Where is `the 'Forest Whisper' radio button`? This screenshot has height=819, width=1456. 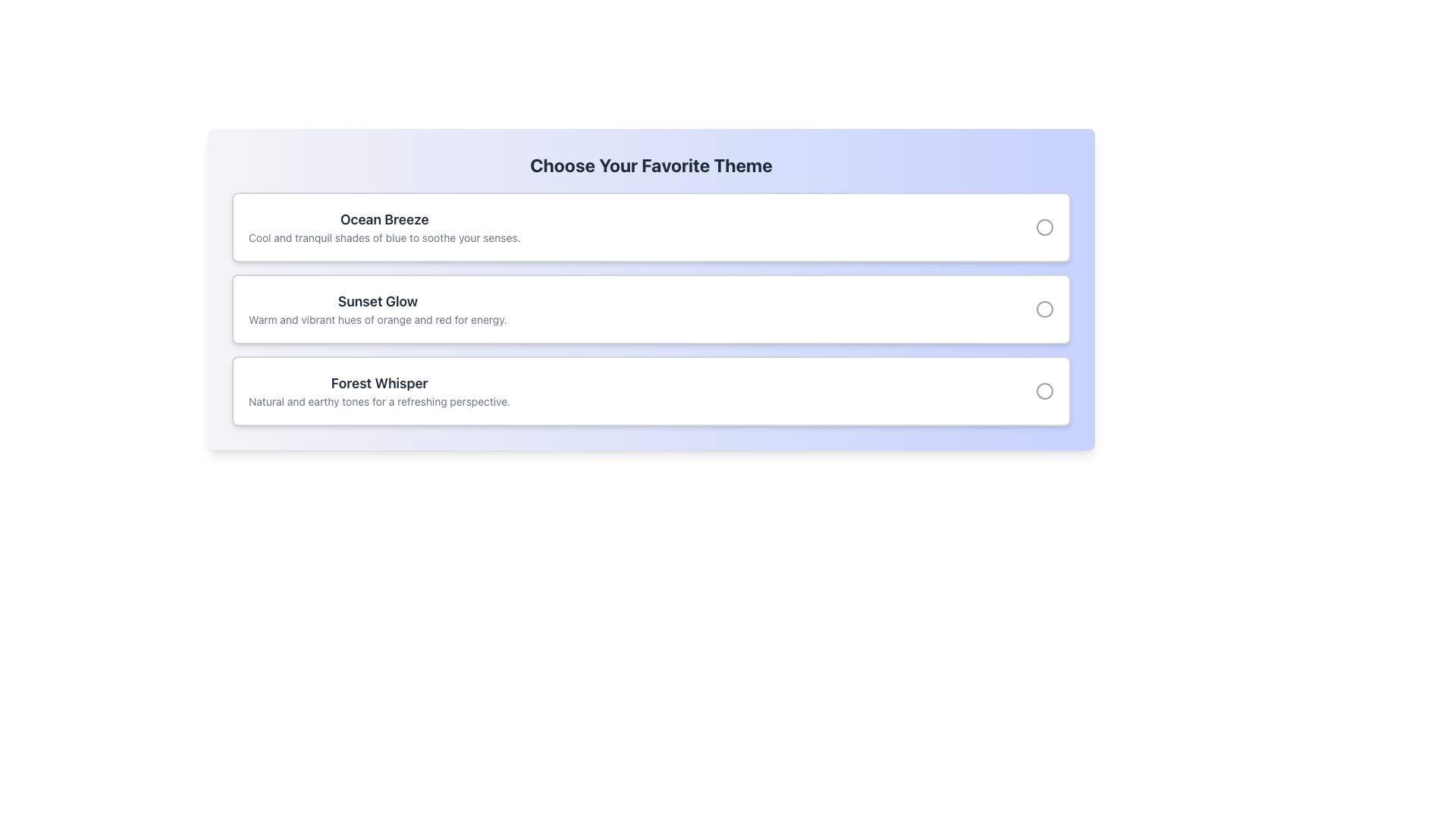 the 'Forest Whisper' radio button is located at coordinates (1043, 391).